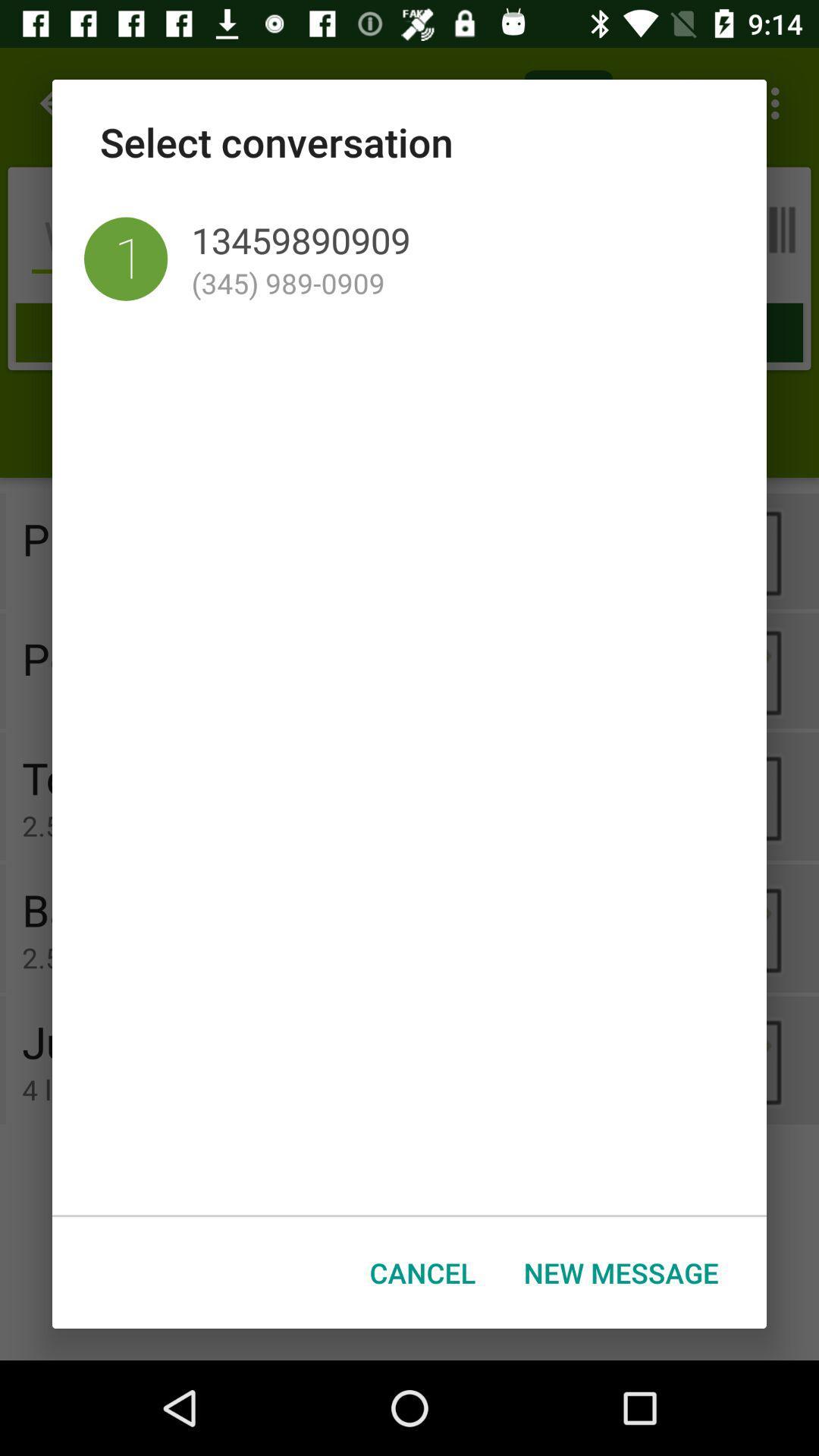 This screenshot has height=1456, width=819. I want to click on icon next to cancel button, so click(621, 1272).